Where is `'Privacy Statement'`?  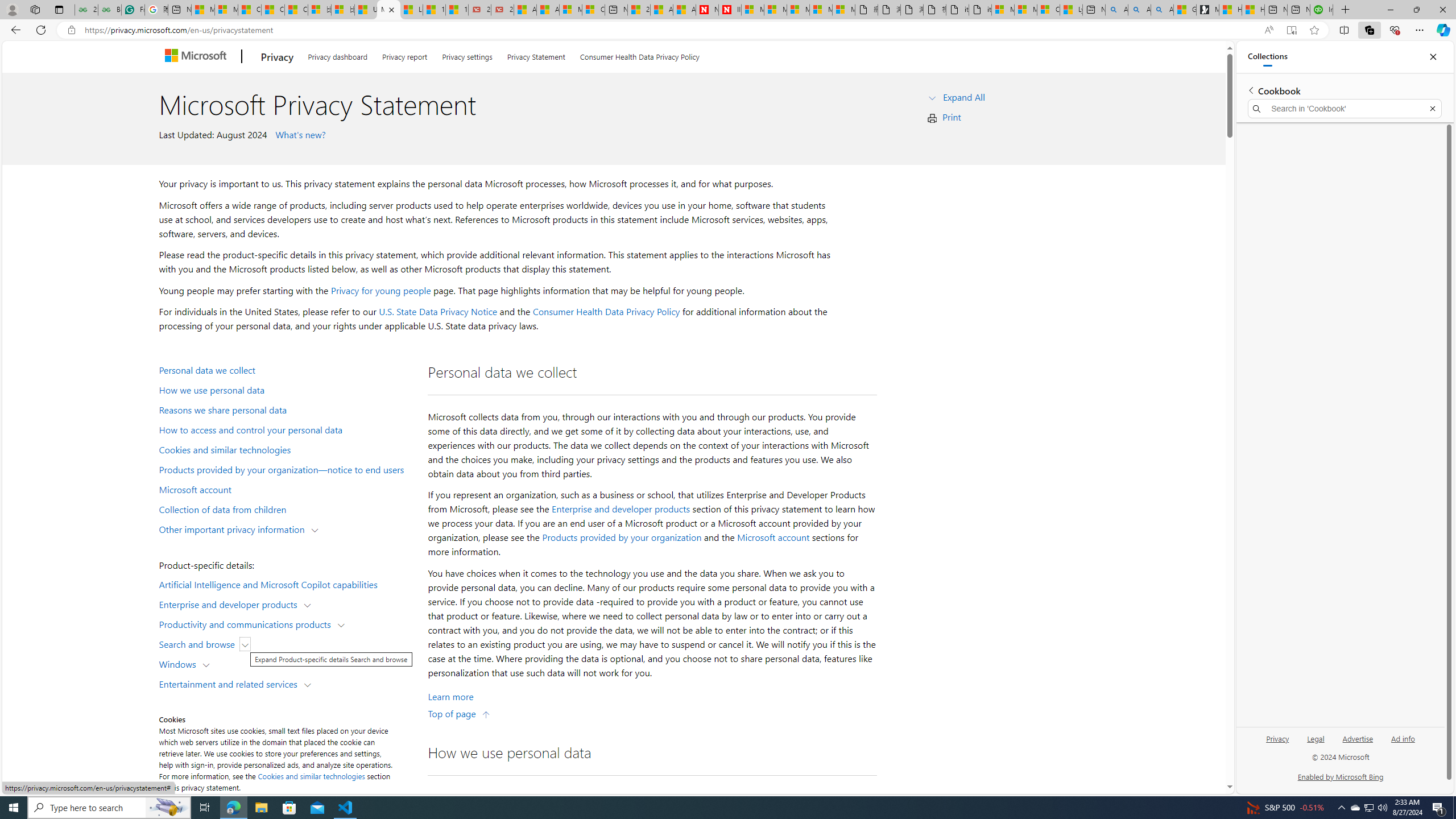 'Privacy Statement' is located at coordinates (535, 54).